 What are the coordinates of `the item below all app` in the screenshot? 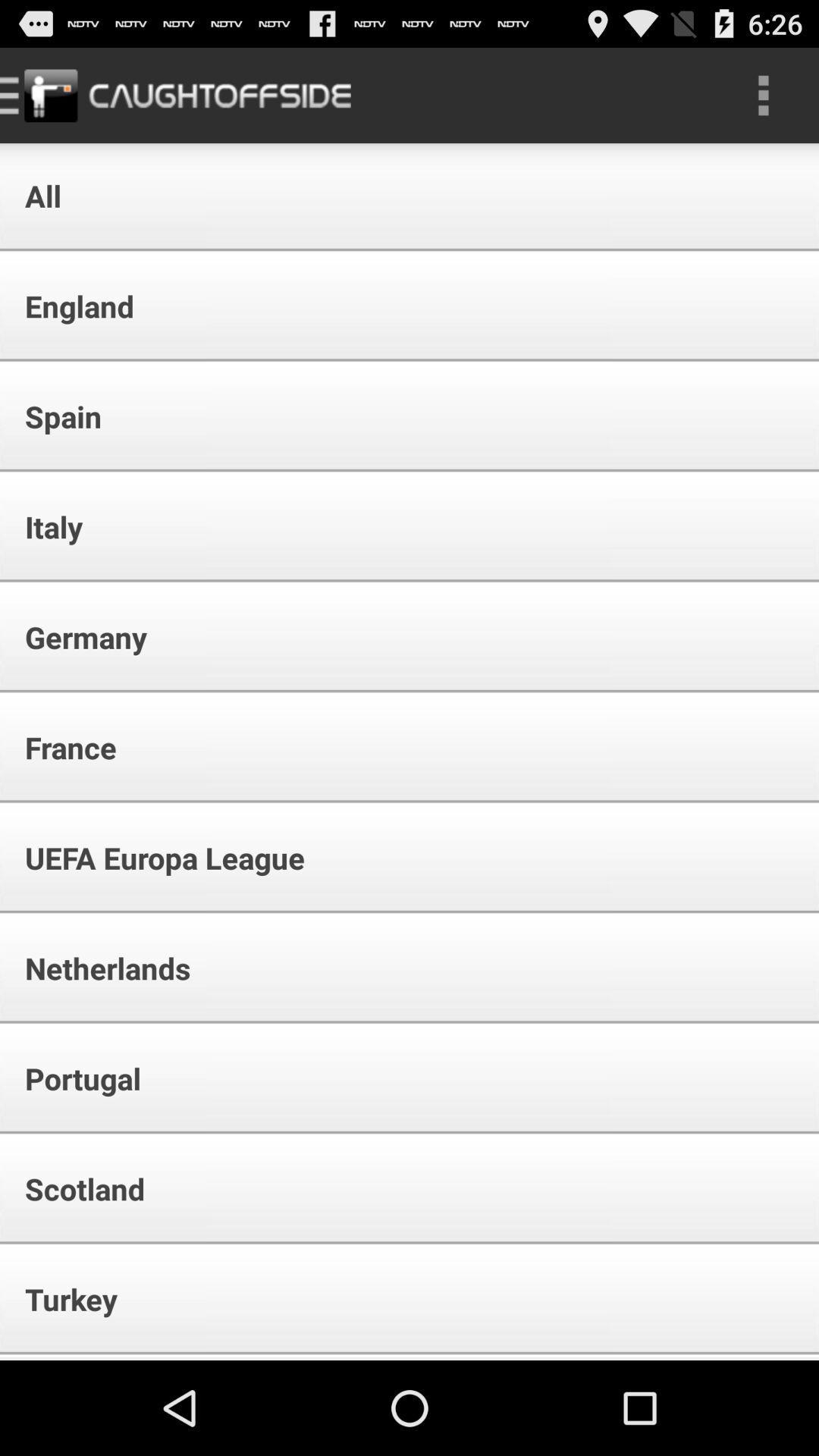 It's located at (69, 305).